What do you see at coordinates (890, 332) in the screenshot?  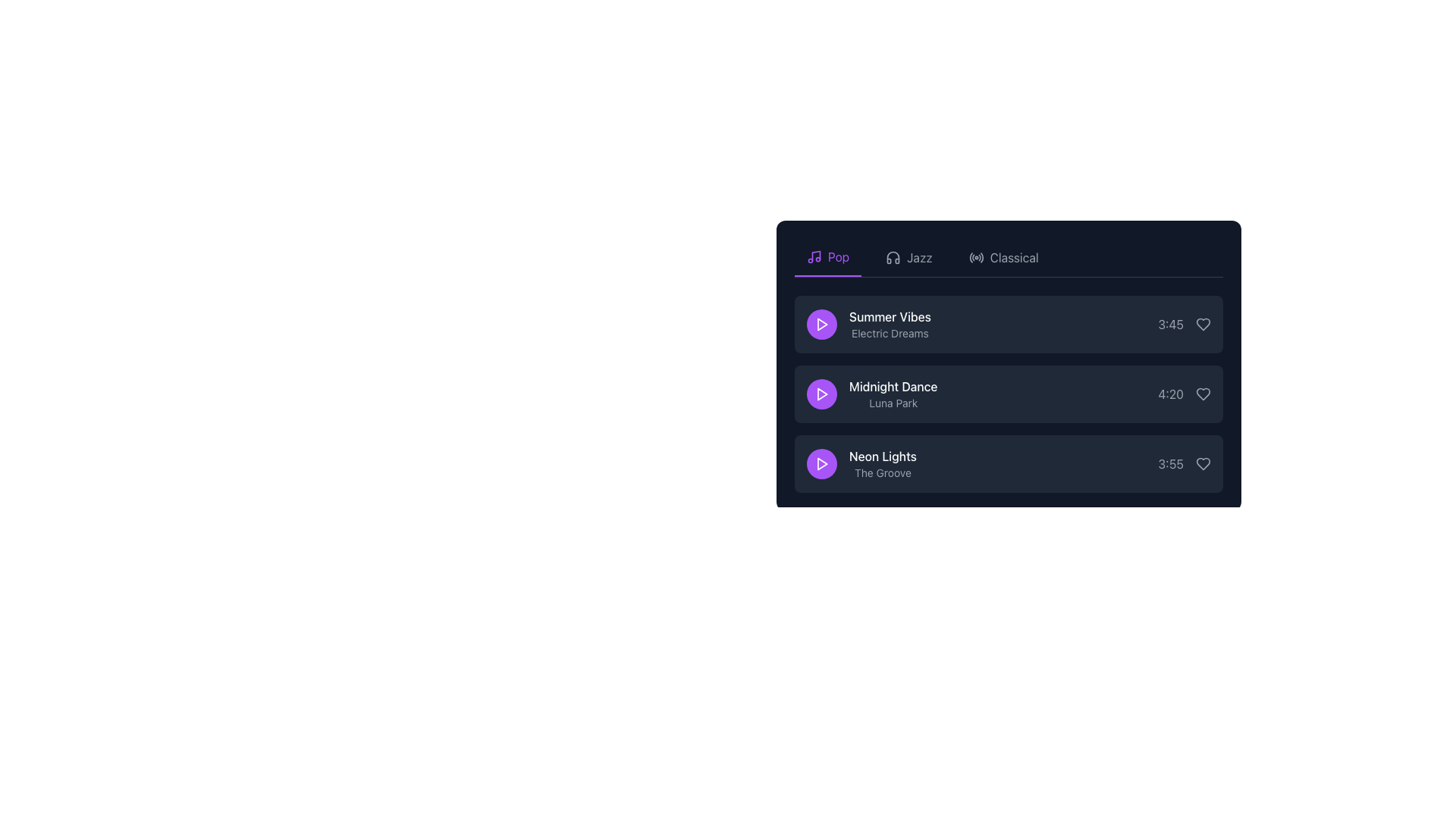 I see `the static text label displaying 'Electric Dreams', located beneath the bolded text 'Summer Vibes' in the music track list` at bounding box center [890, 332].